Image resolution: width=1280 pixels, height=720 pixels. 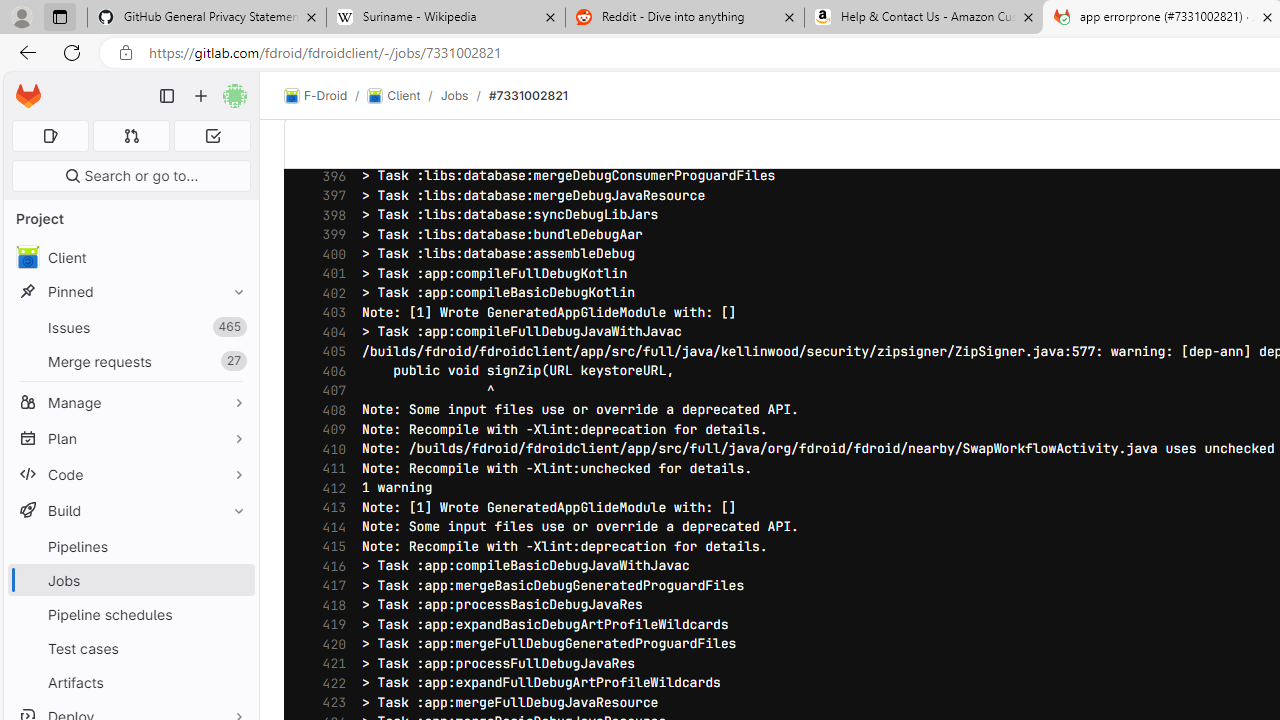 I want to click on '409', so click(x=329, y=428).